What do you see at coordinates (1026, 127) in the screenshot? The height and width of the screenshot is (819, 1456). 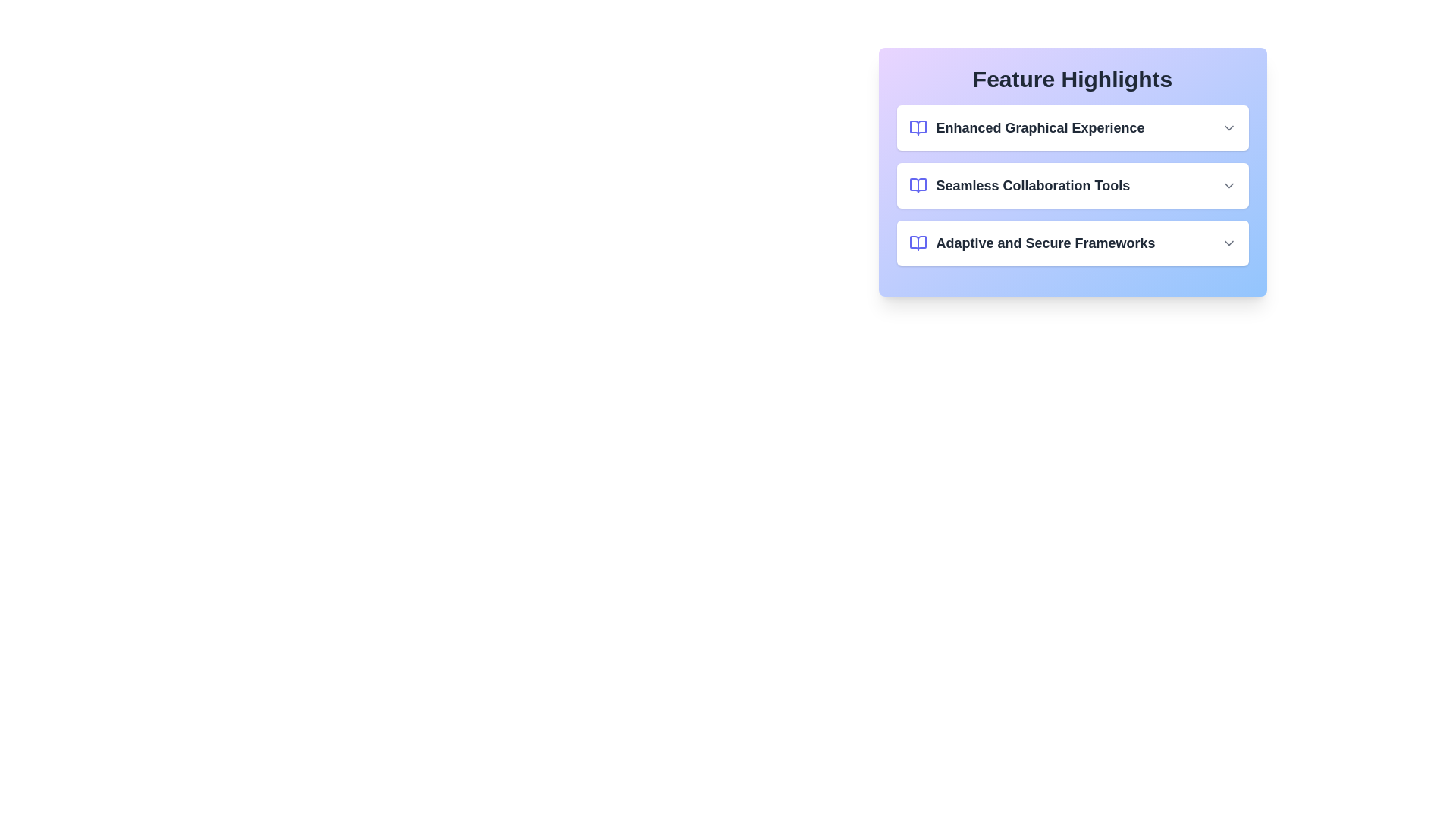 I see `the selectable list item related to 'Enhanced Graphical Experience' using keyboard navigation` at bounding box center [1026, 127].